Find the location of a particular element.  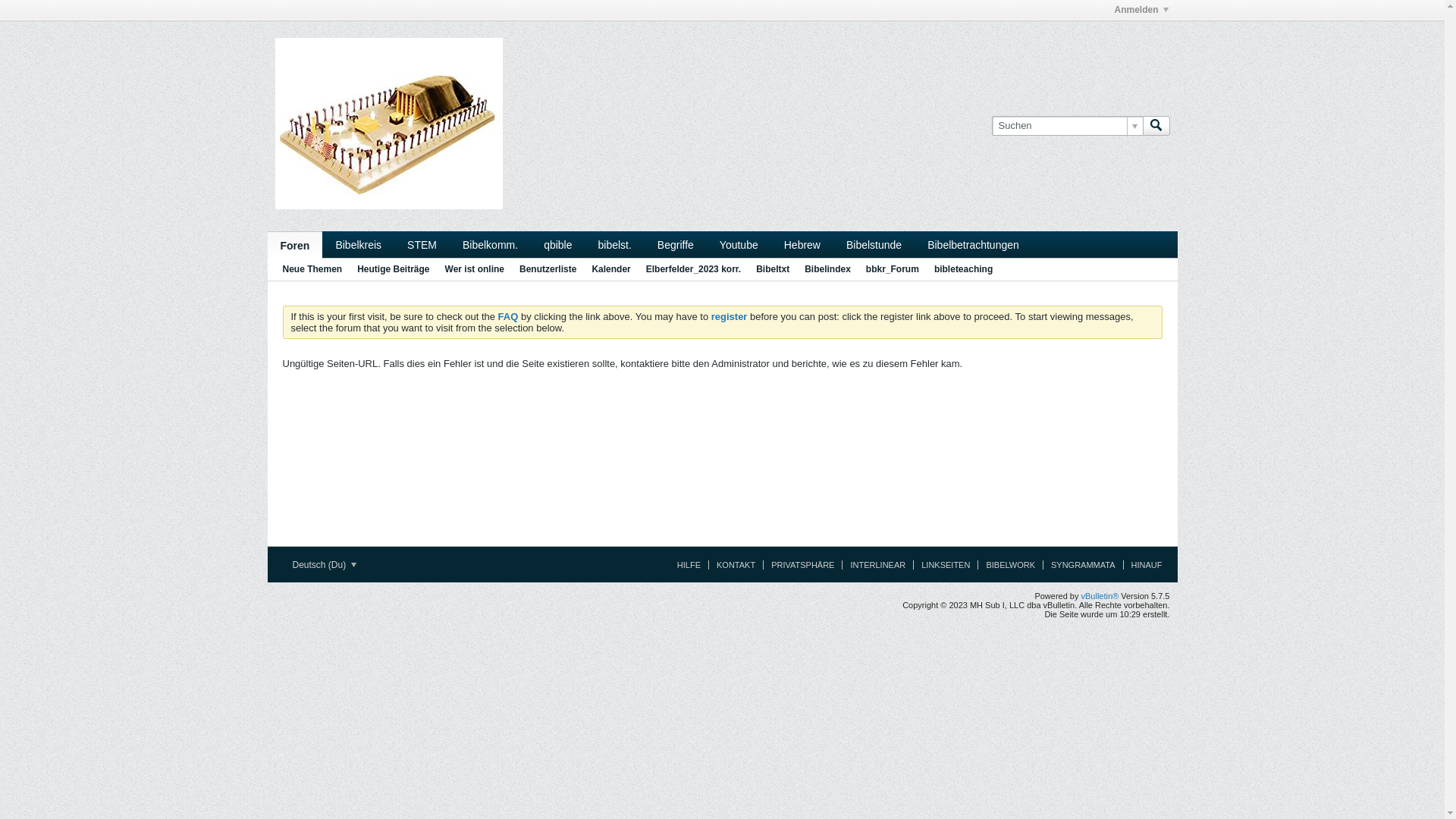

'bbkr_Forum' is located at coordinates (892, 268).